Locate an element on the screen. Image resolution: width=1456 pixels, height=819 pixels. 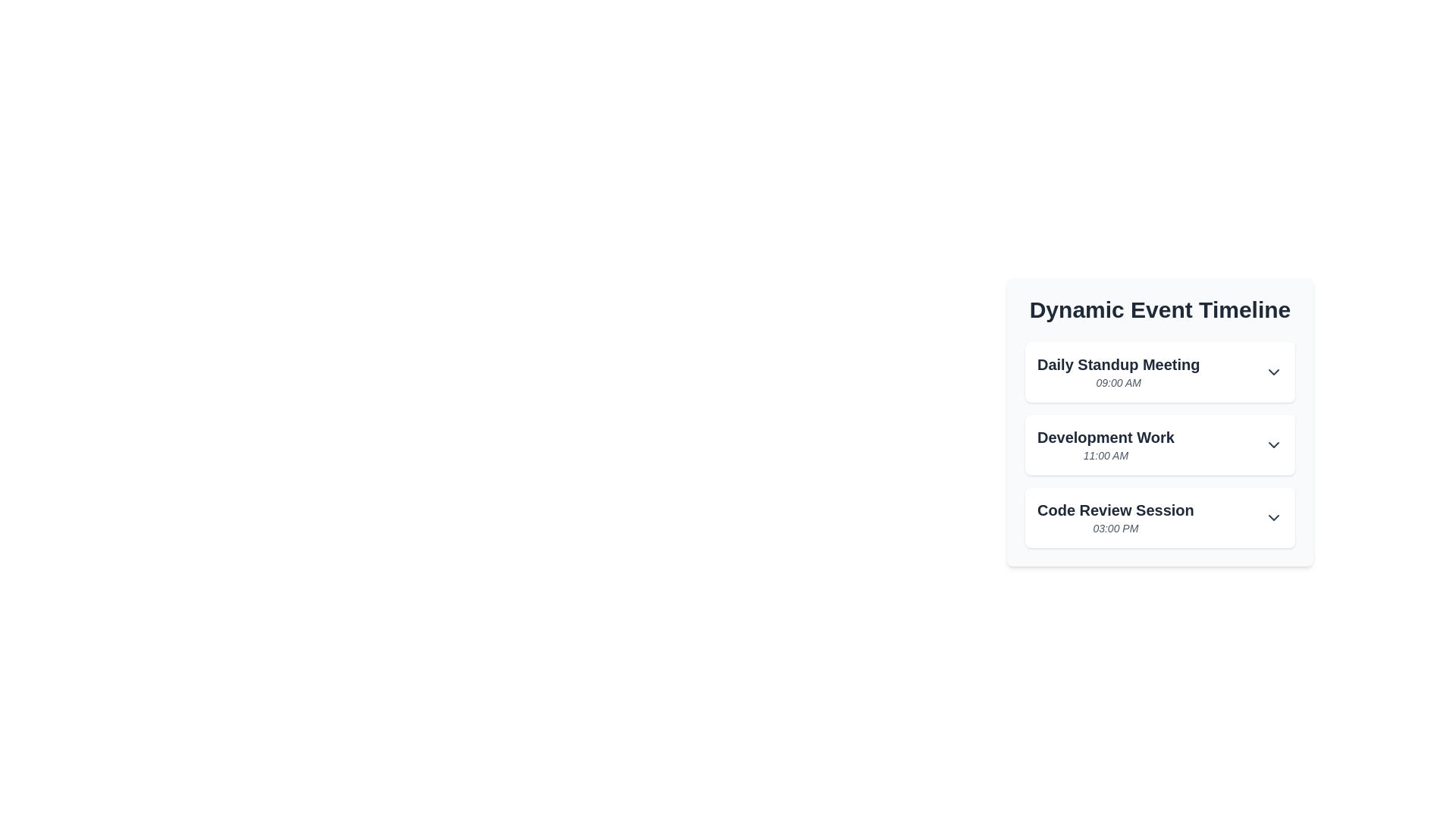
the Timeline Event Entry with the bold text 'Development Work' is located at coordinates (1159, 444).